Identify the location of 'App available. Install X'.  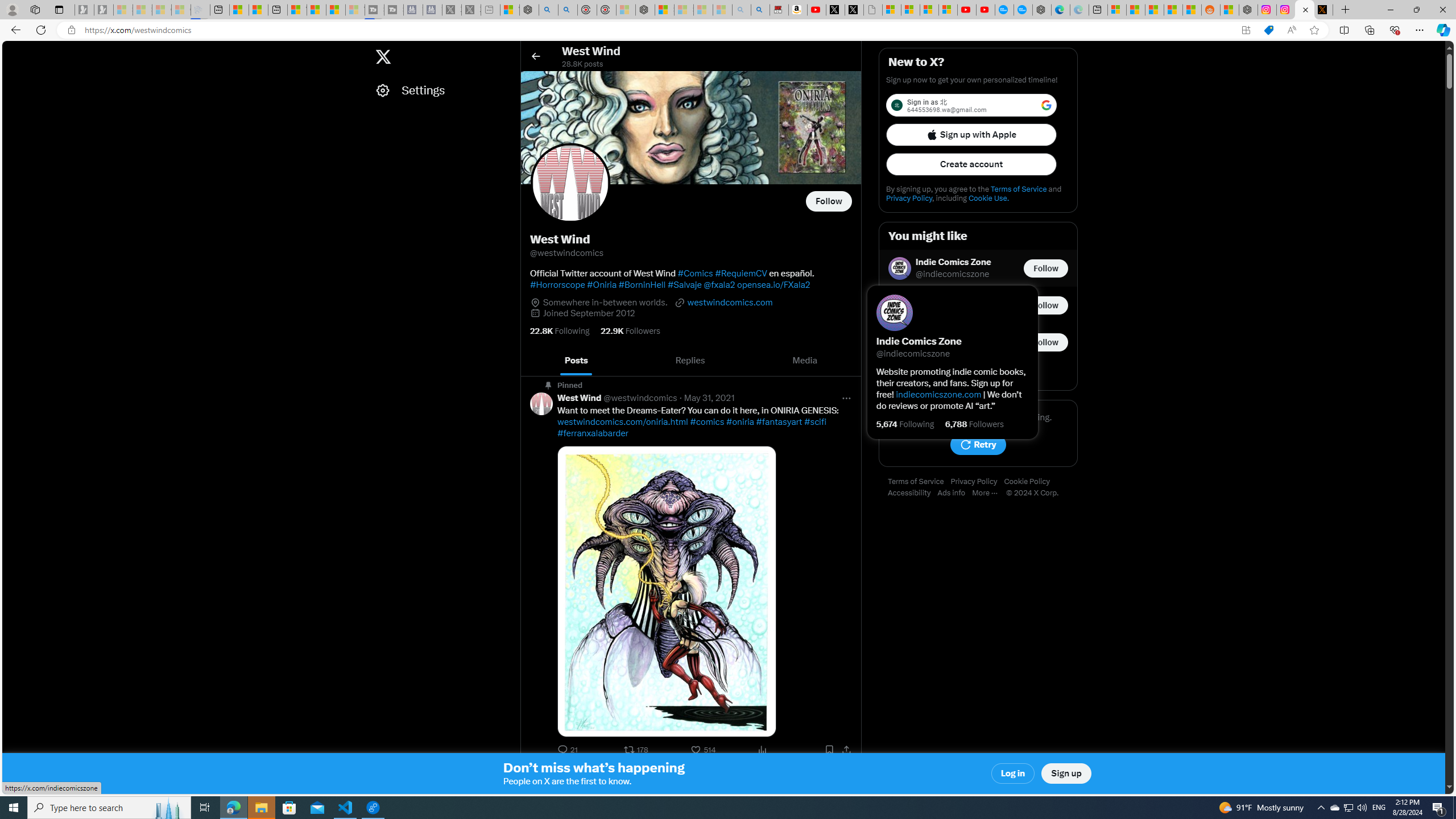
(1246, 30).